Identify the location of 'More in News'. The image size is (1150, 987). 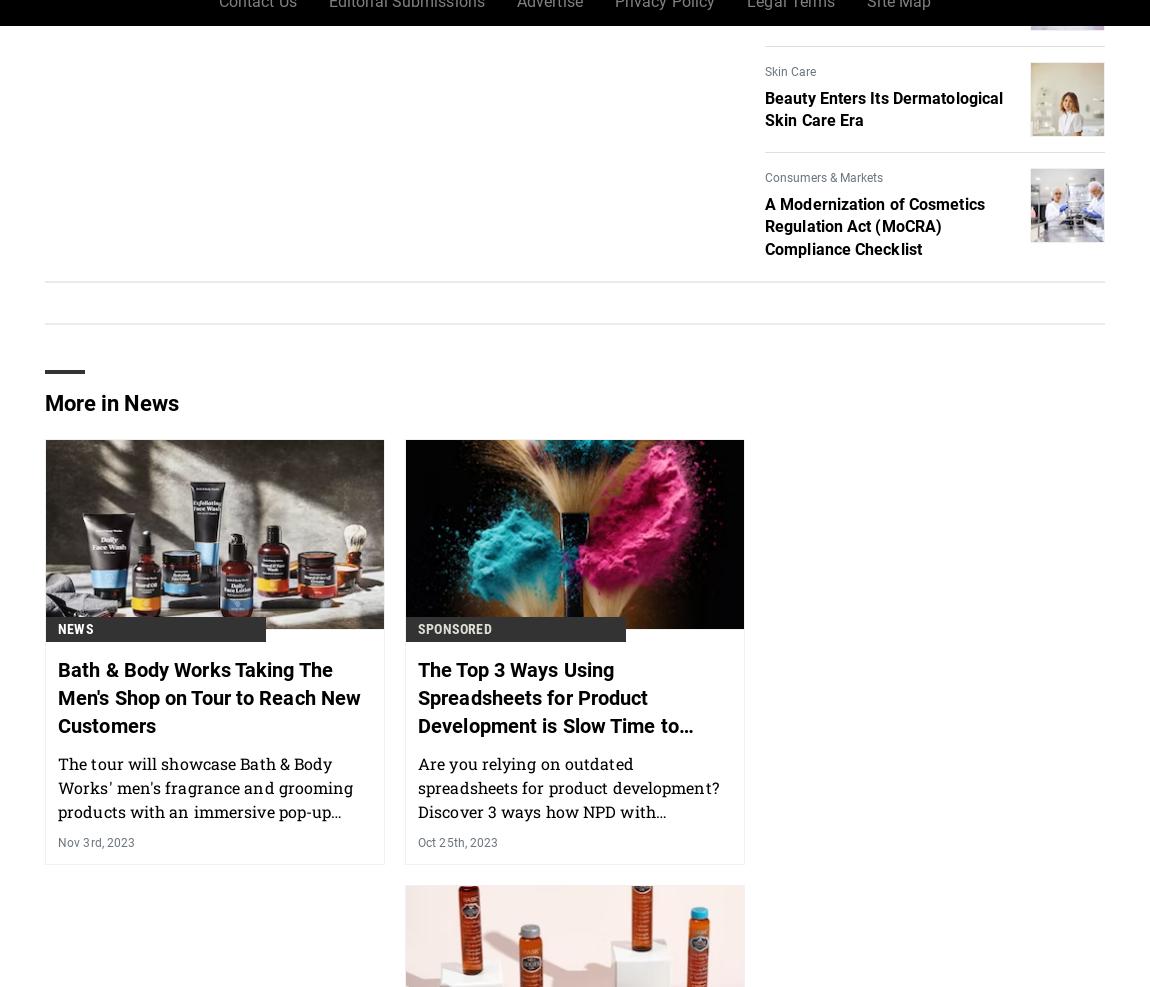
(111, 508).